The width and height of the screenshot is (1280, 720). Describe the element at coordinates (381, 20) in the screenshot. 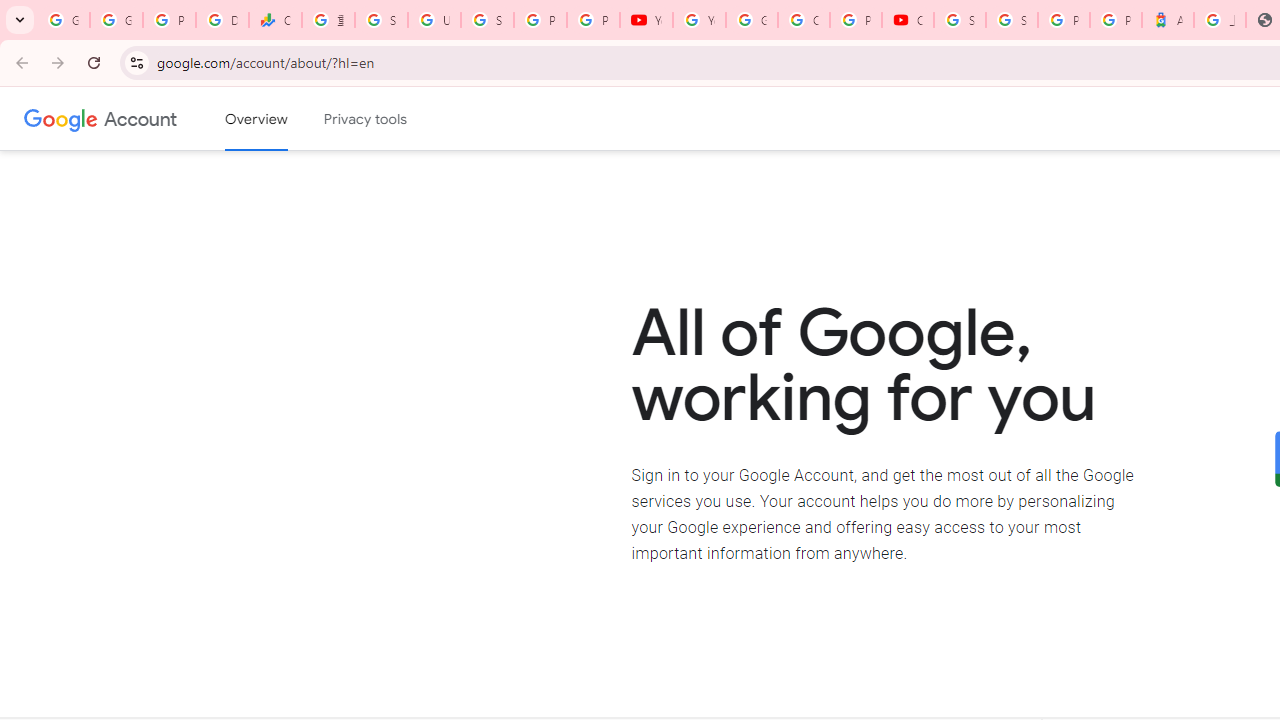

I see `'Sign in - Google Accounts'` at that location.